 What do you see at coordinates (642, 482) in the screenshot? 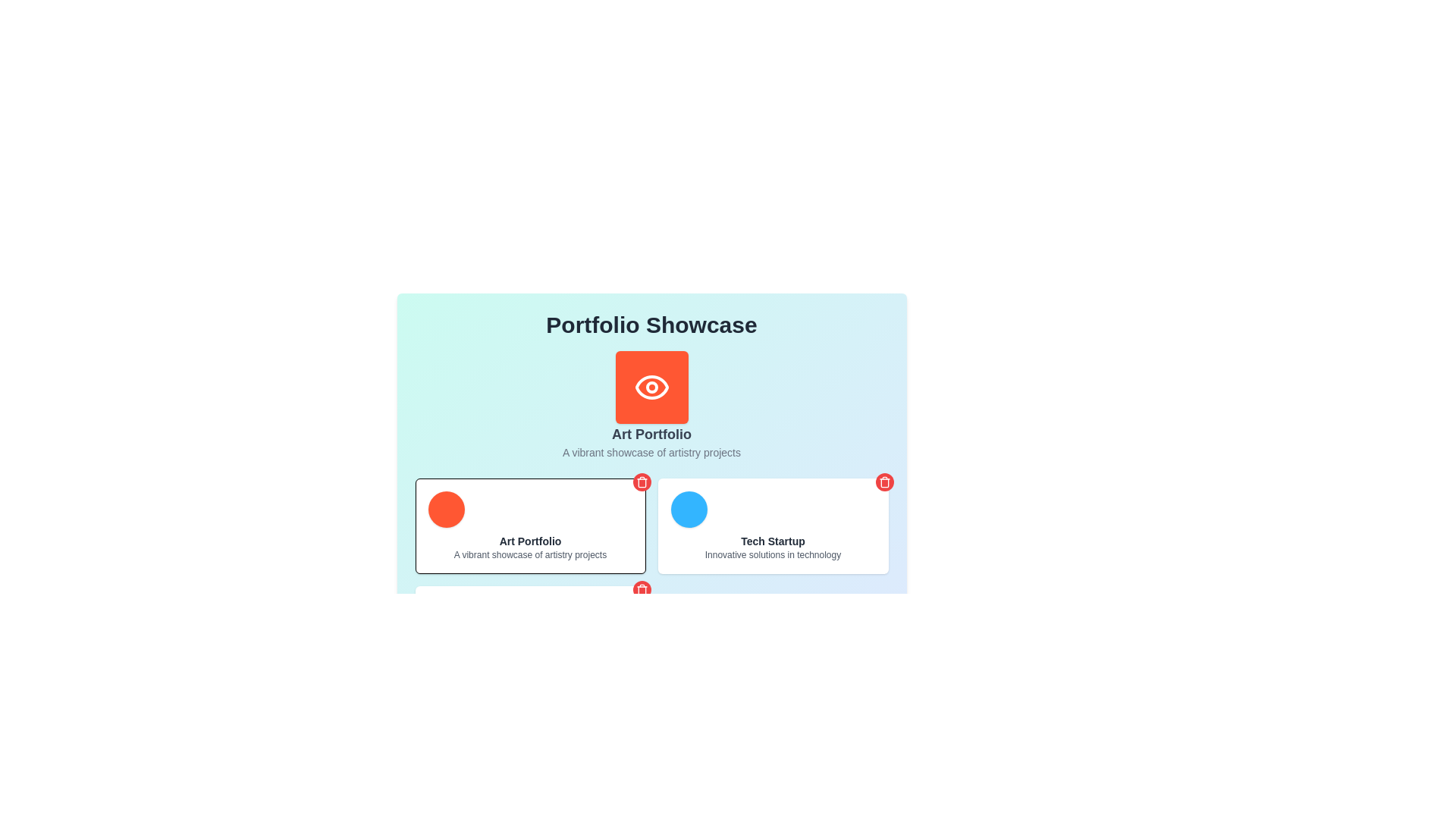
I see `the small circular red button with a white trash can icon located at the top-right corner of the 'Art Portfolio' card` at bounding box center [642, 482].